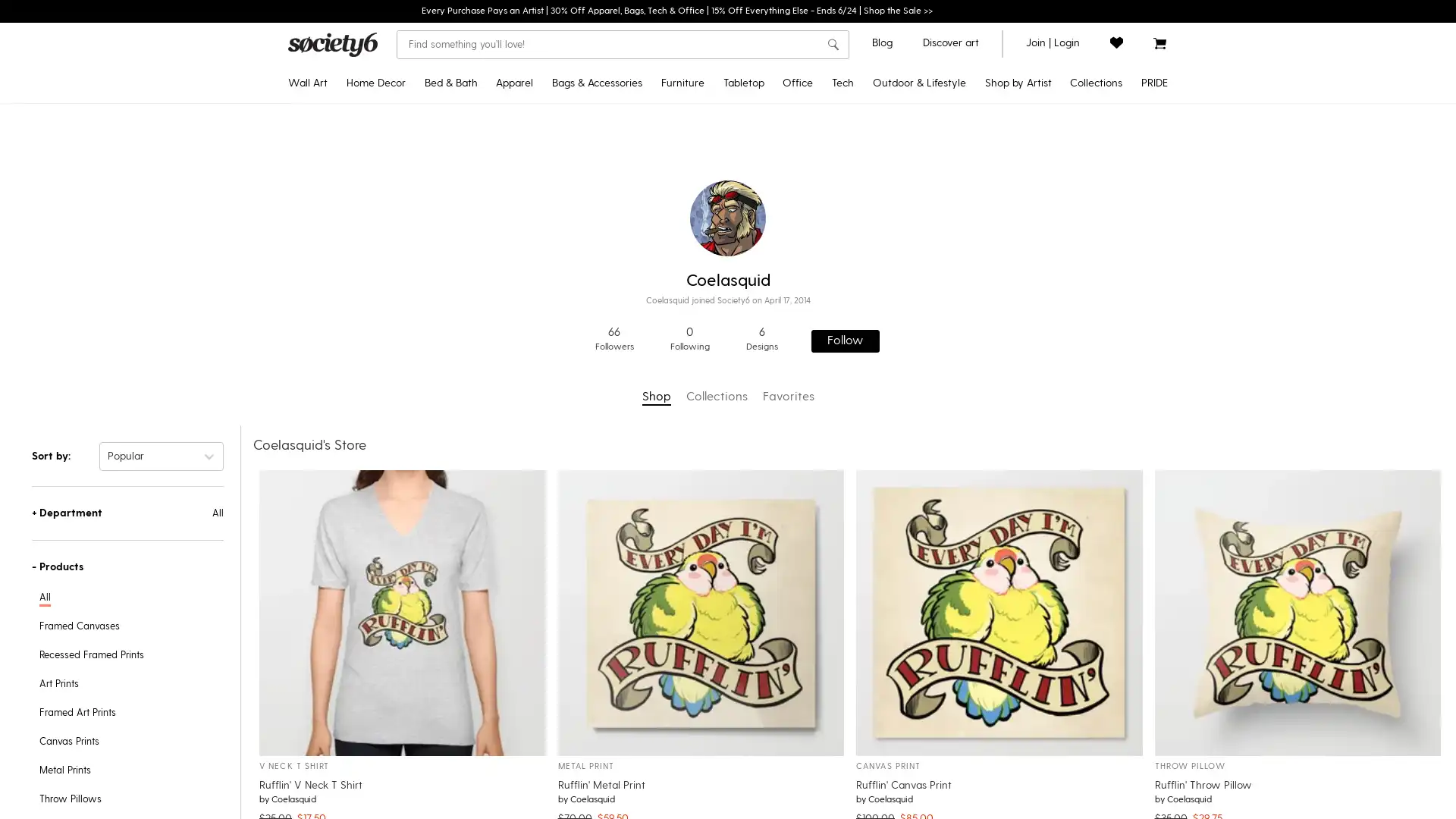  Describe the element at coordinates (977, 121) in the screenshot. I see `Disney` at that location.